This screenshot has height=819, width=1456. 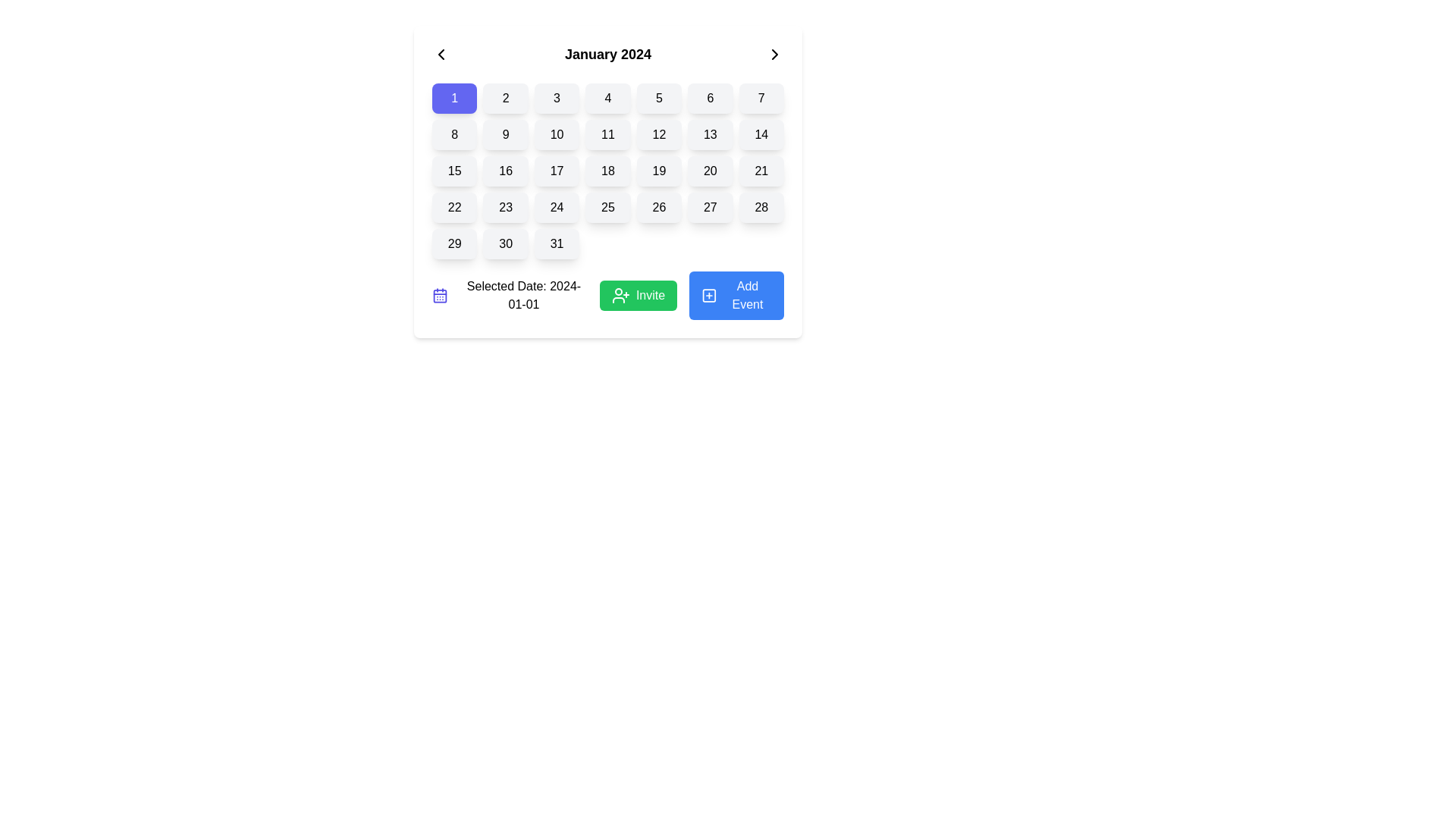 What do you see at coordinates (659, 171) in the screenshot?
I see `the Button-like calendar day cell representing the 19th day` at bounding box center [659, 171].